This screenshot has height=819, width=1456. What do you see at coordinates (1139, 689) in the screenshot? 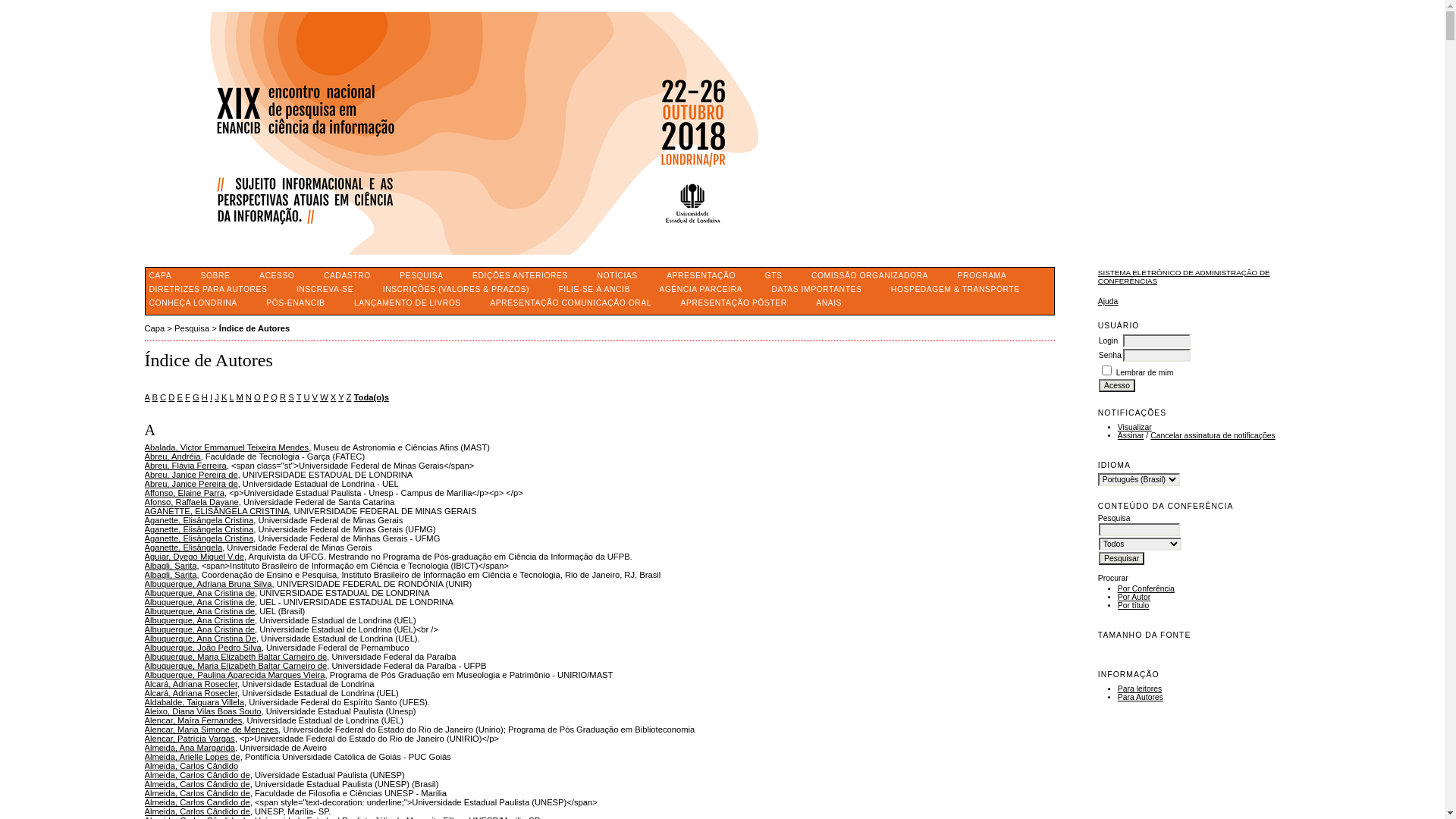
I see `'Para leitores'` at bounding box center [1139, 689].